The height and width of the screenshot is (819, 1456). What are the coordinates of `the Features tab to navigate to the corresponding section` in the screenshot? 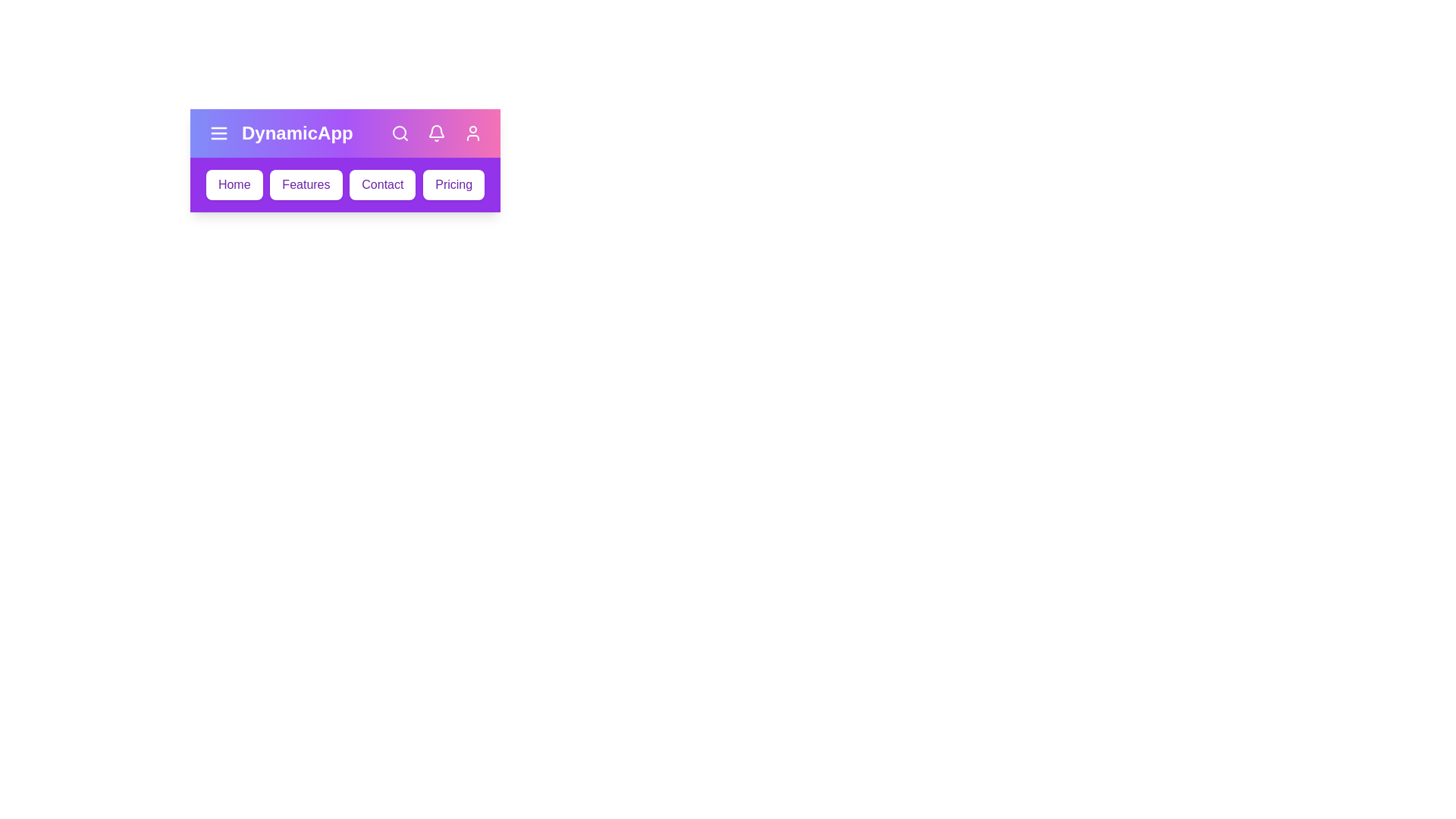 It's located at (305, 184).